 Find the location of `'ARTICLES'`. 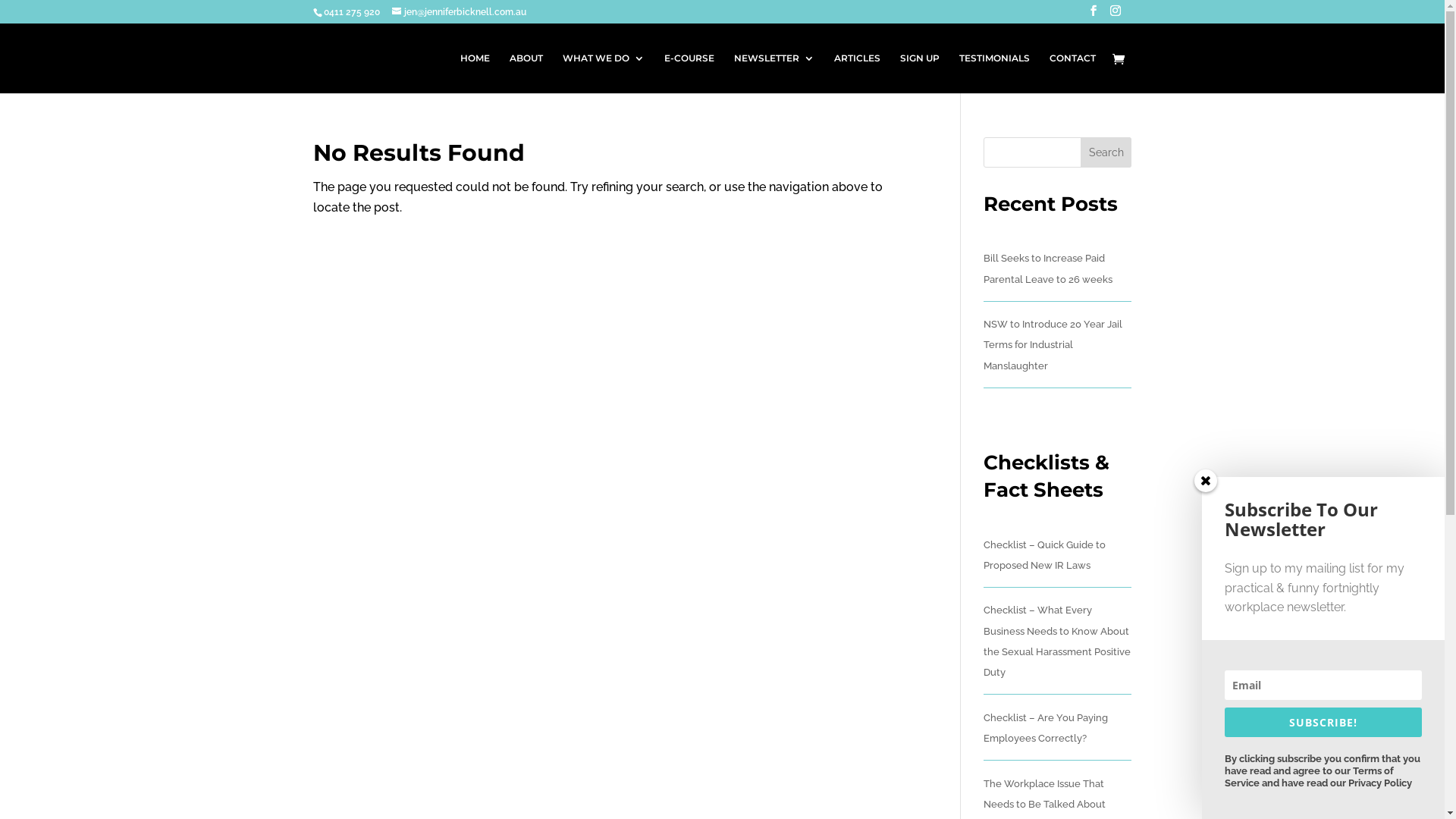

'ARTICLES' is located at coordinates (857, 73).